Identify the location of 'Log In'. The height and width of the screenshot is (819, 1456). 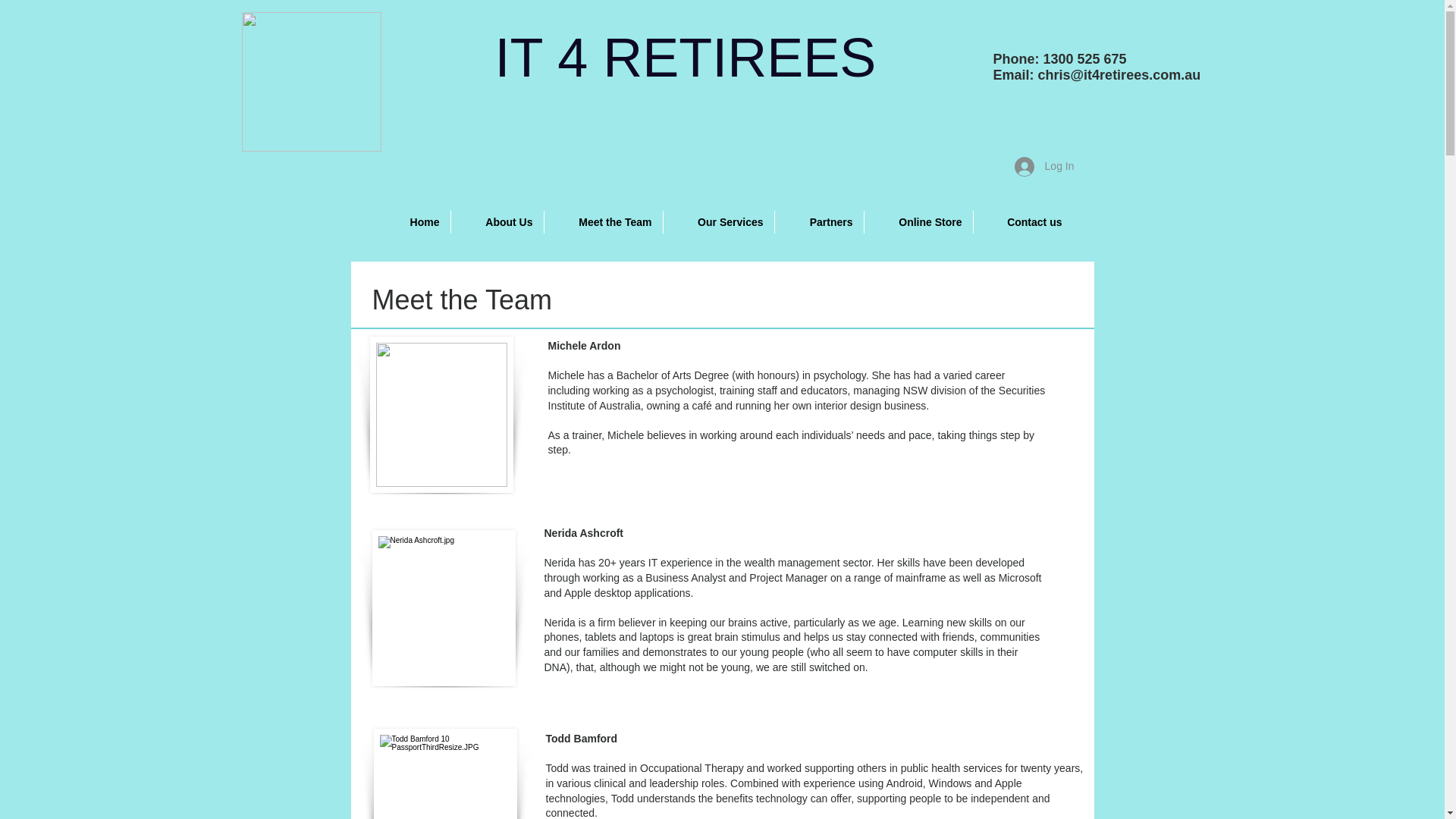
(1043, 166).